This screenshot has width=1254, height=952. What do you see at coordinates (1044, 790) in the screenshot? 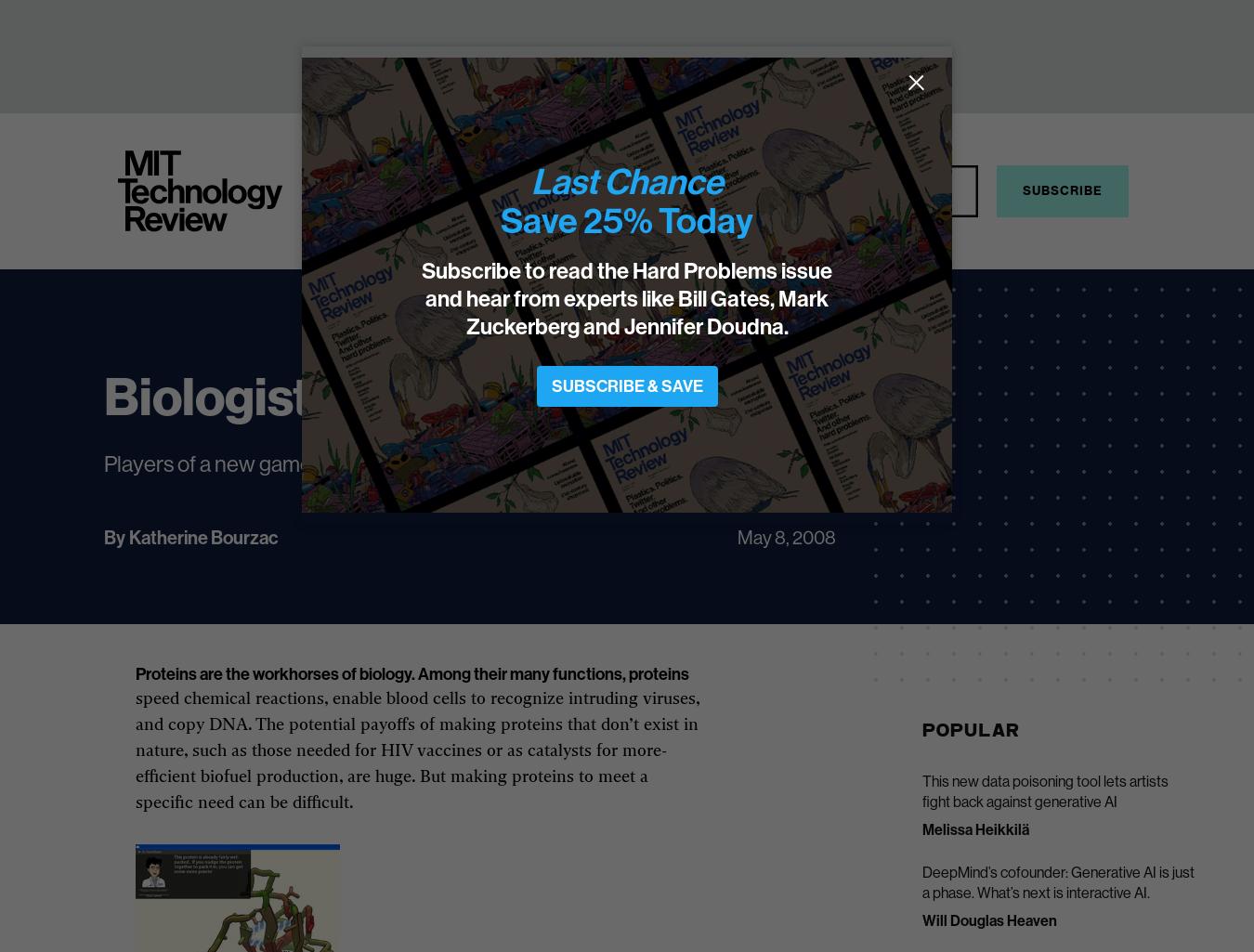
I see `'This new data poisoning tool lets artists fight back against generative AI'` at bounding box center [1044, 790].